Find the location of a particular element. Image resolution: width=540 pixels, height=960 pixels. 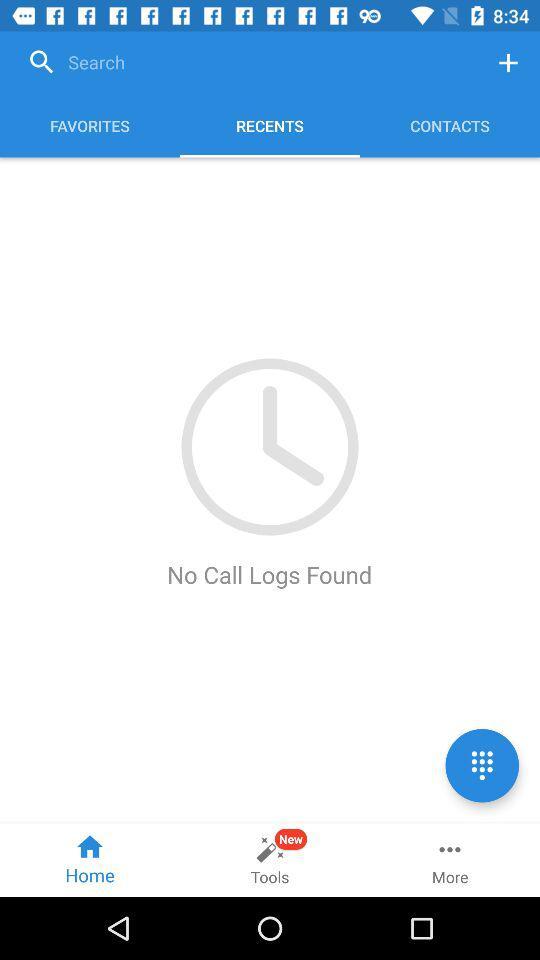

the  tools icon is located at coordinates (270, 859).